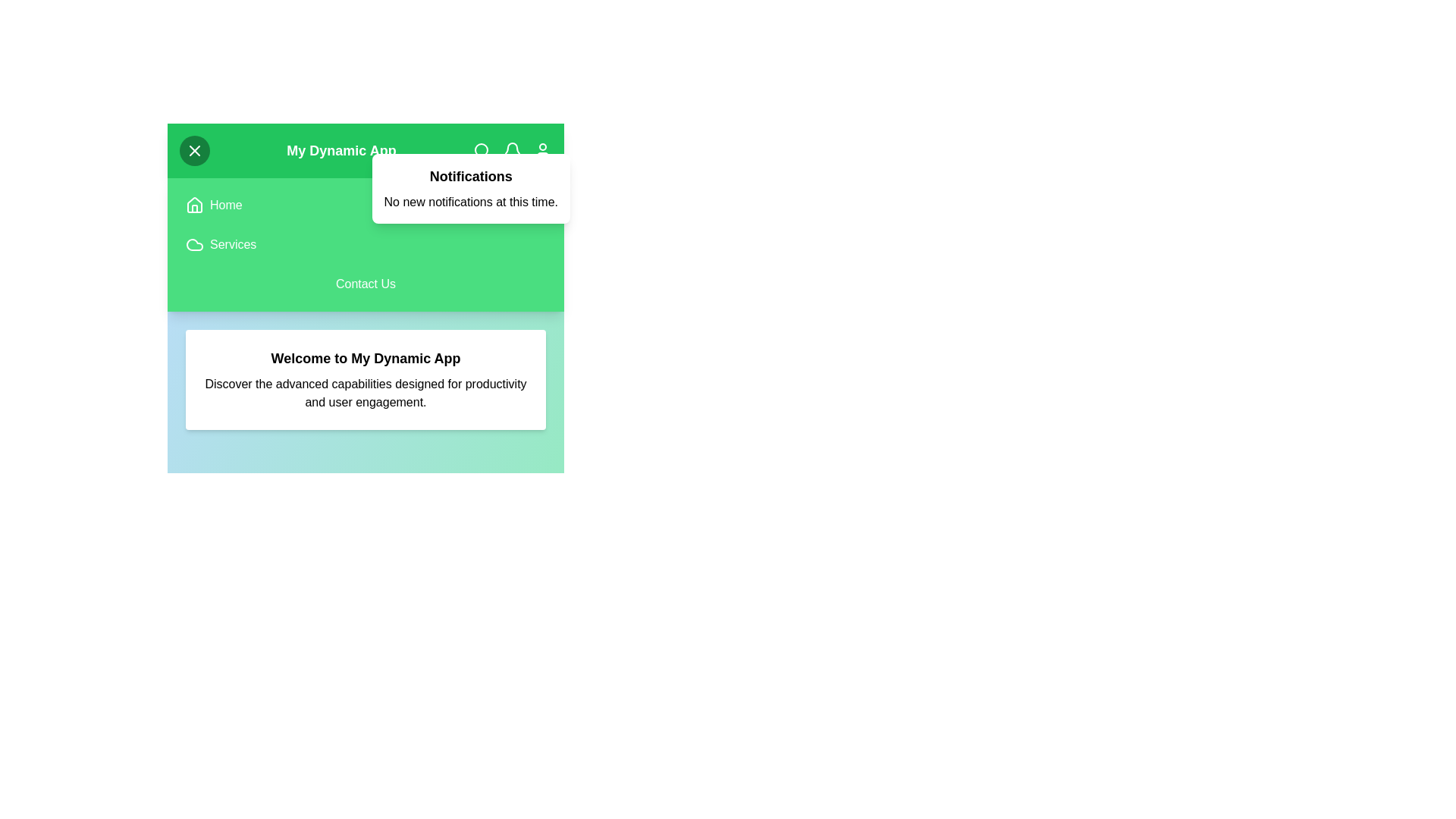 The height and width of the screenshot is (819, 1456). I want to click on the bell icon to toggle the notifications panel visibility, so click(513, 151).